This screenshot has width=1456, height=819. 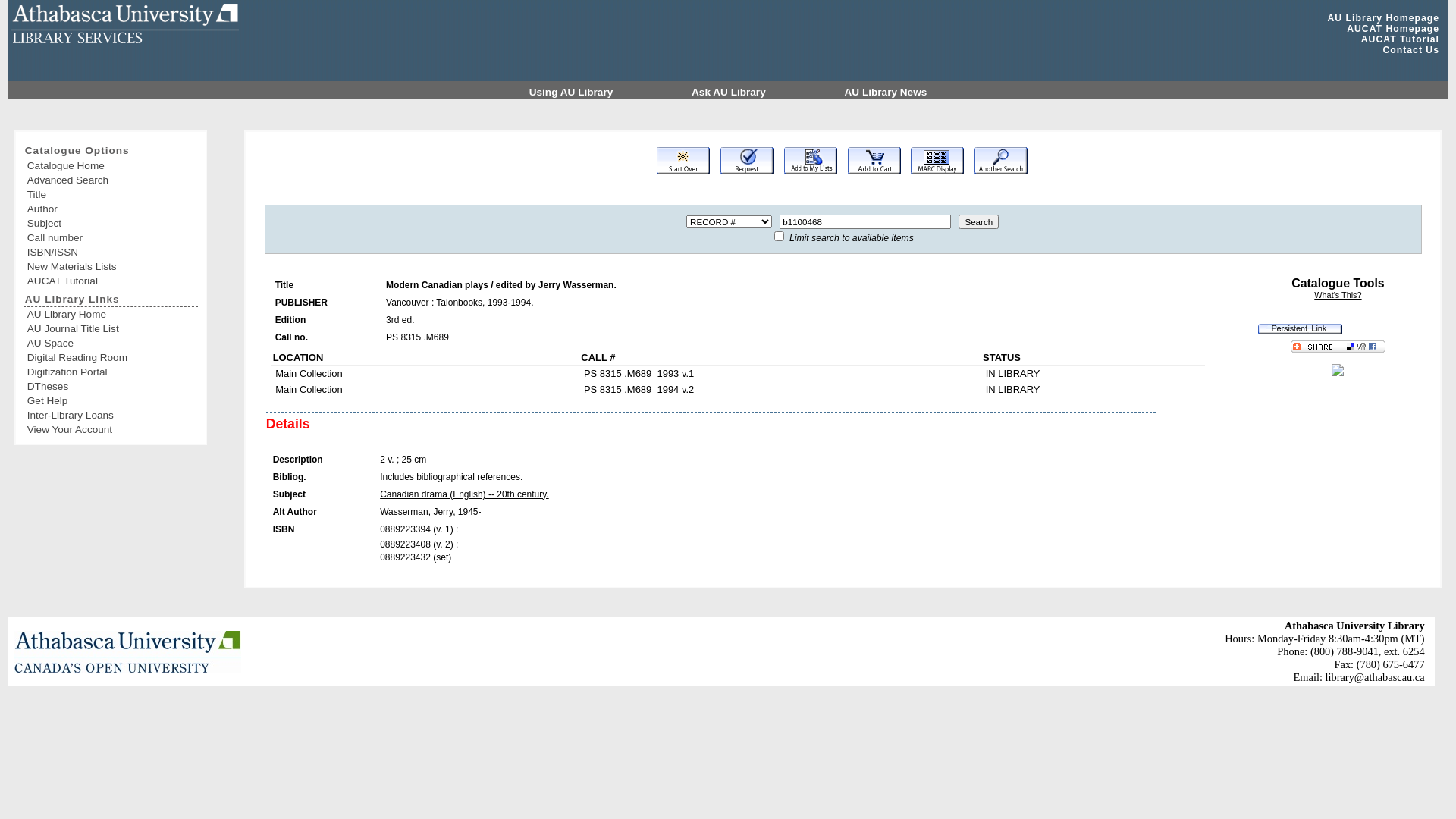 I want to click on 'Using AU Library', so click(x=571, y=92).